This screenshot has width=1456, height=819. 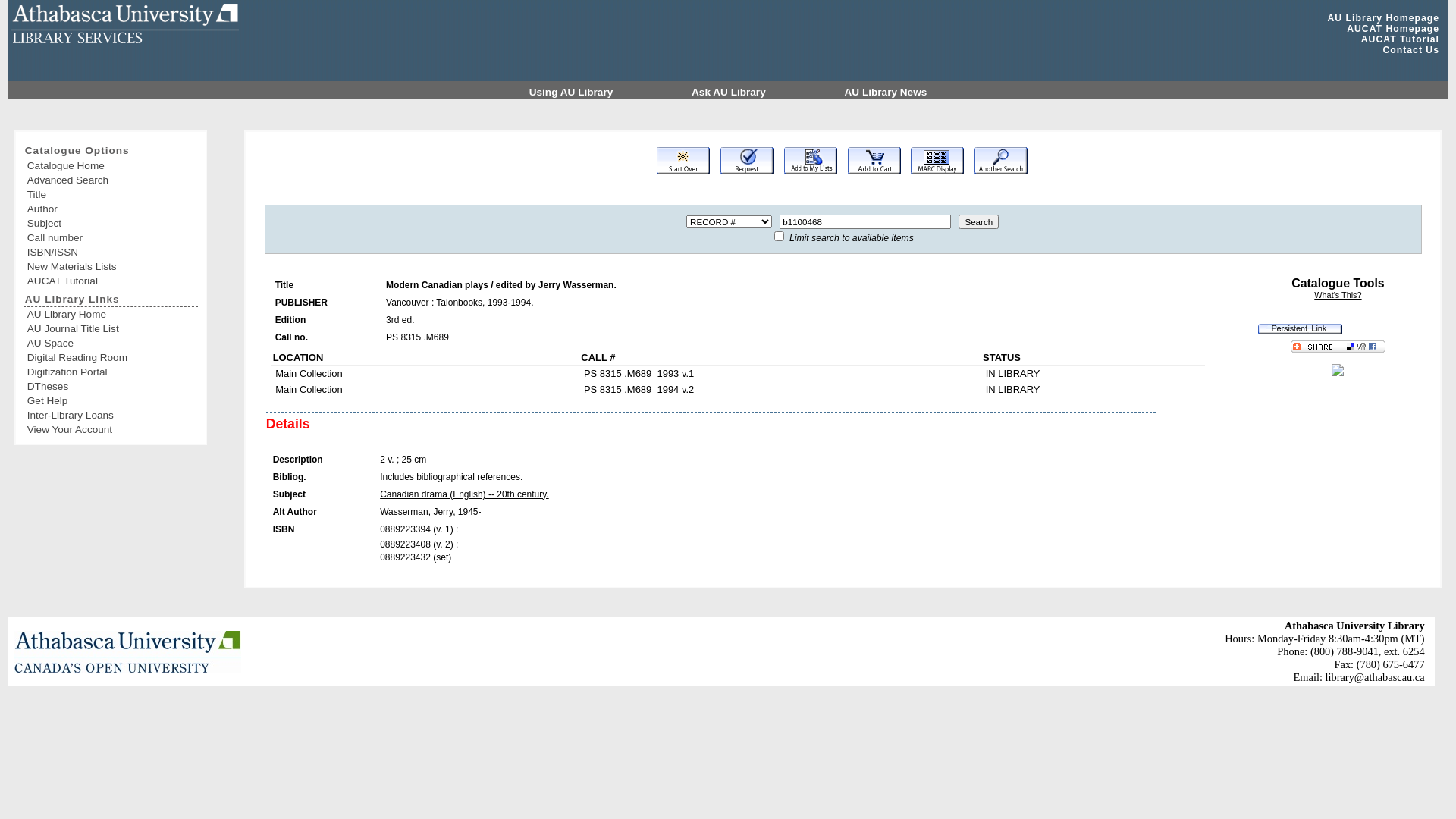 I want to click on 'Using AU Library', so click(x=571, y=92).